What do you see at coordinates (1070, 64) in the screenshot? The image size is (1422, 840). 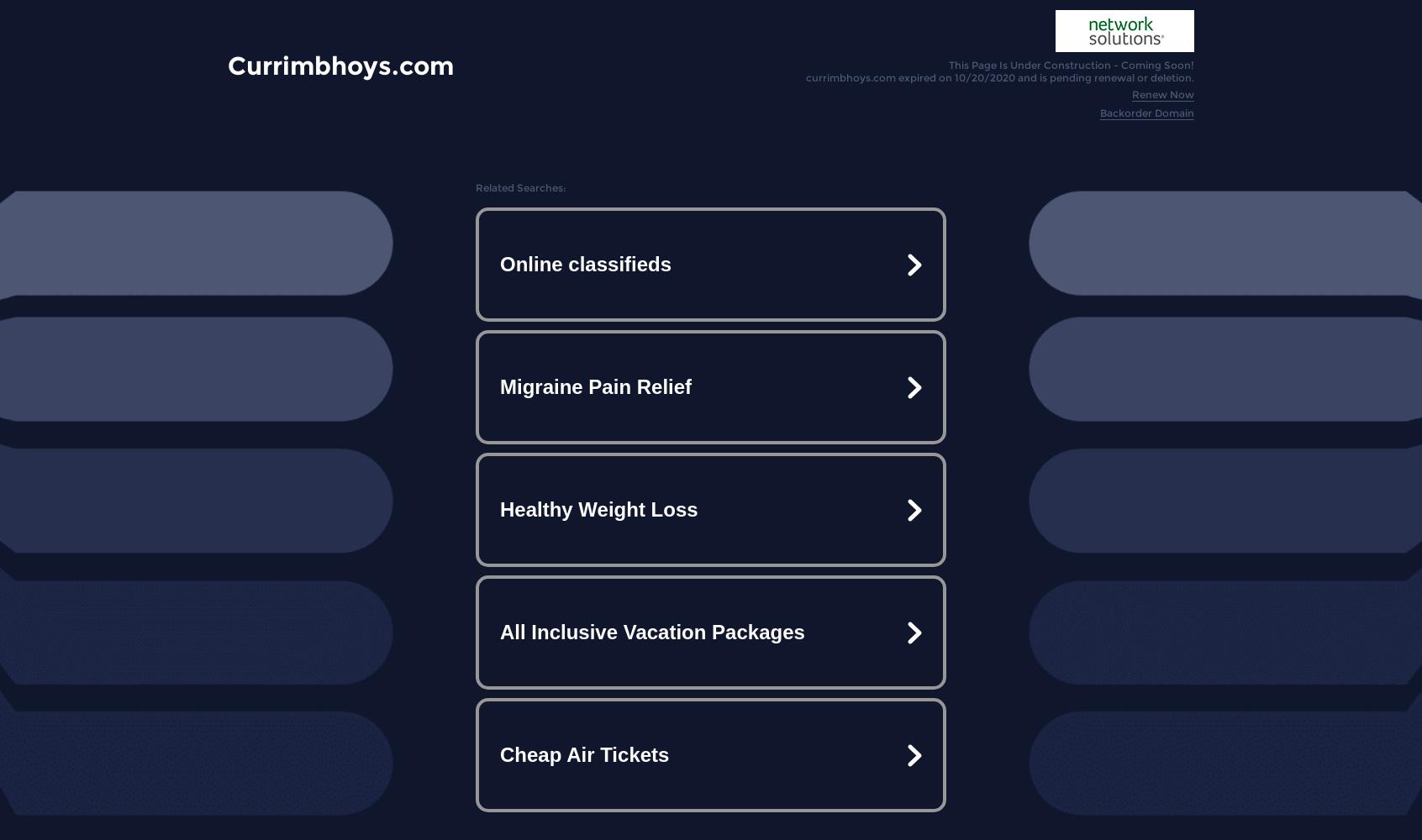 I see `'This Page Is Under Construction - Coming Soon!'` at bounding box center [1070, 64].